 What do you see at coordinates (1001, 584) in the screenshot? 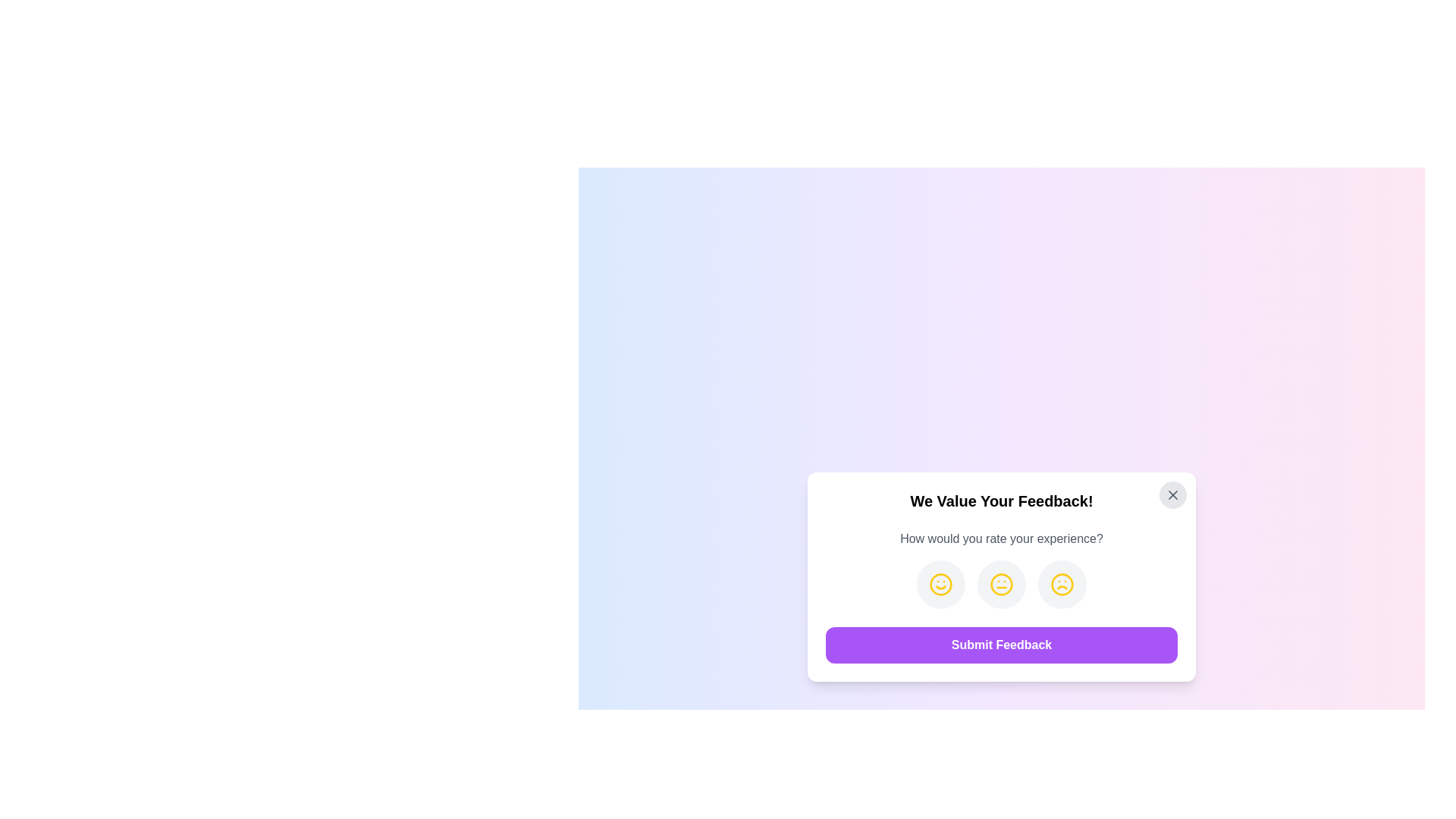
I see `the neutral face selectable icon in the feedback rating interface` at bounding box center [1001, 584].